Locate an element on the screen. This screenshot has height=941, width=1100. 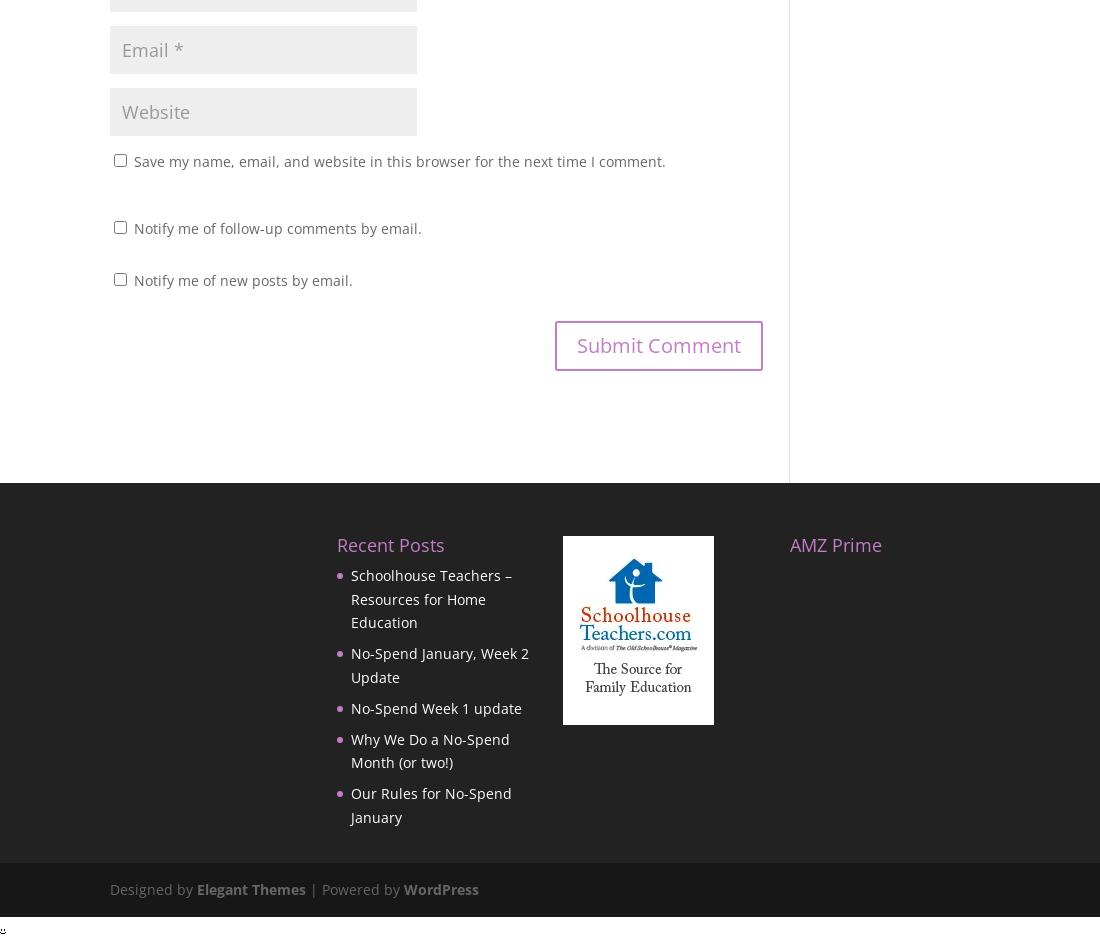
'AMZ Prime' is located at coordinates (834, 543).